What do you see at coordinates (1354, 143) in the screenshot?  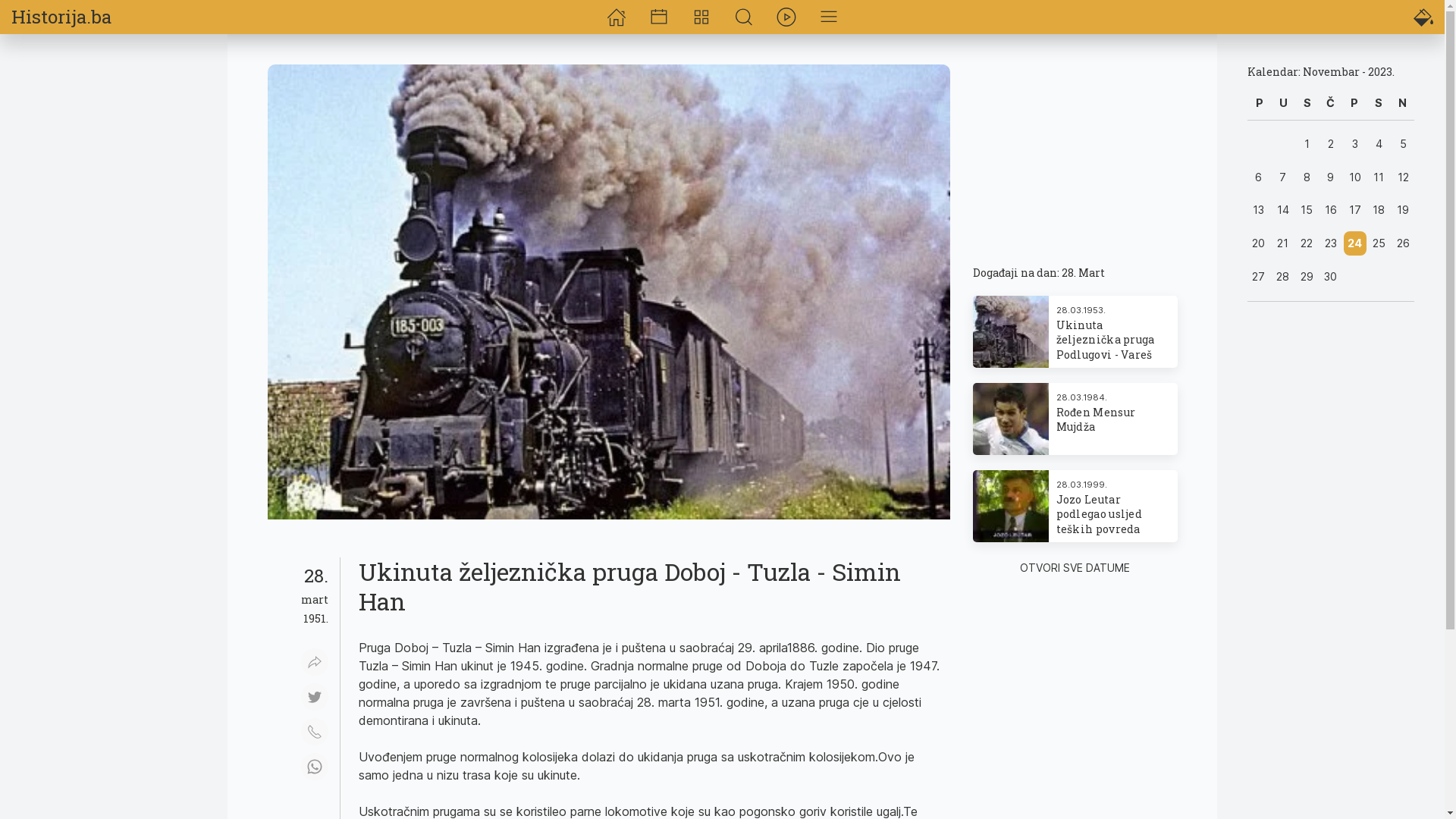 I see `'3'` at bounding box center [1354, 143].